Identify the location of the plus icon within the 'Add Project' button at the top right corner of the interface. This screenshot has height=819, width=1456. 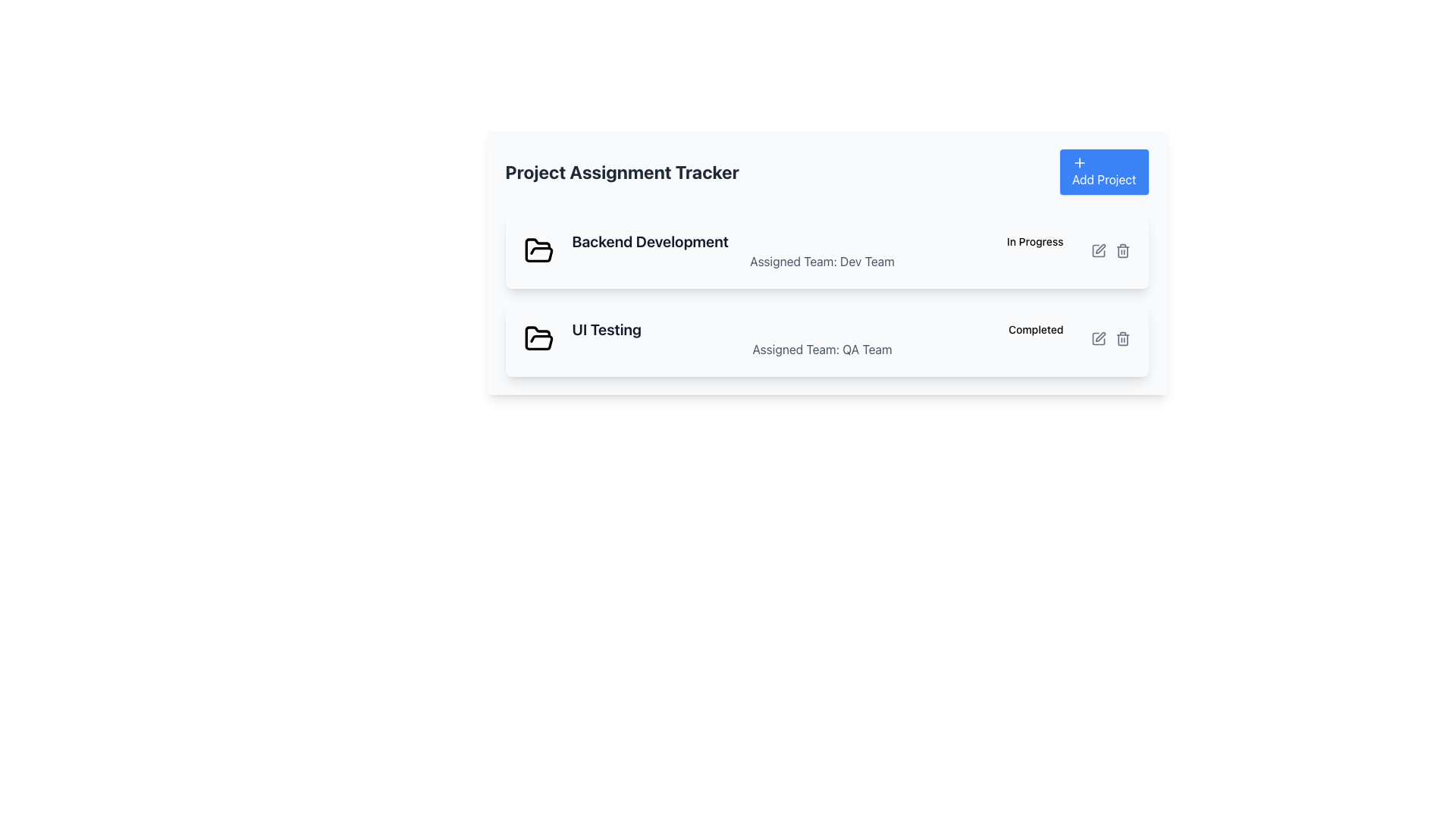
(1079, 163).